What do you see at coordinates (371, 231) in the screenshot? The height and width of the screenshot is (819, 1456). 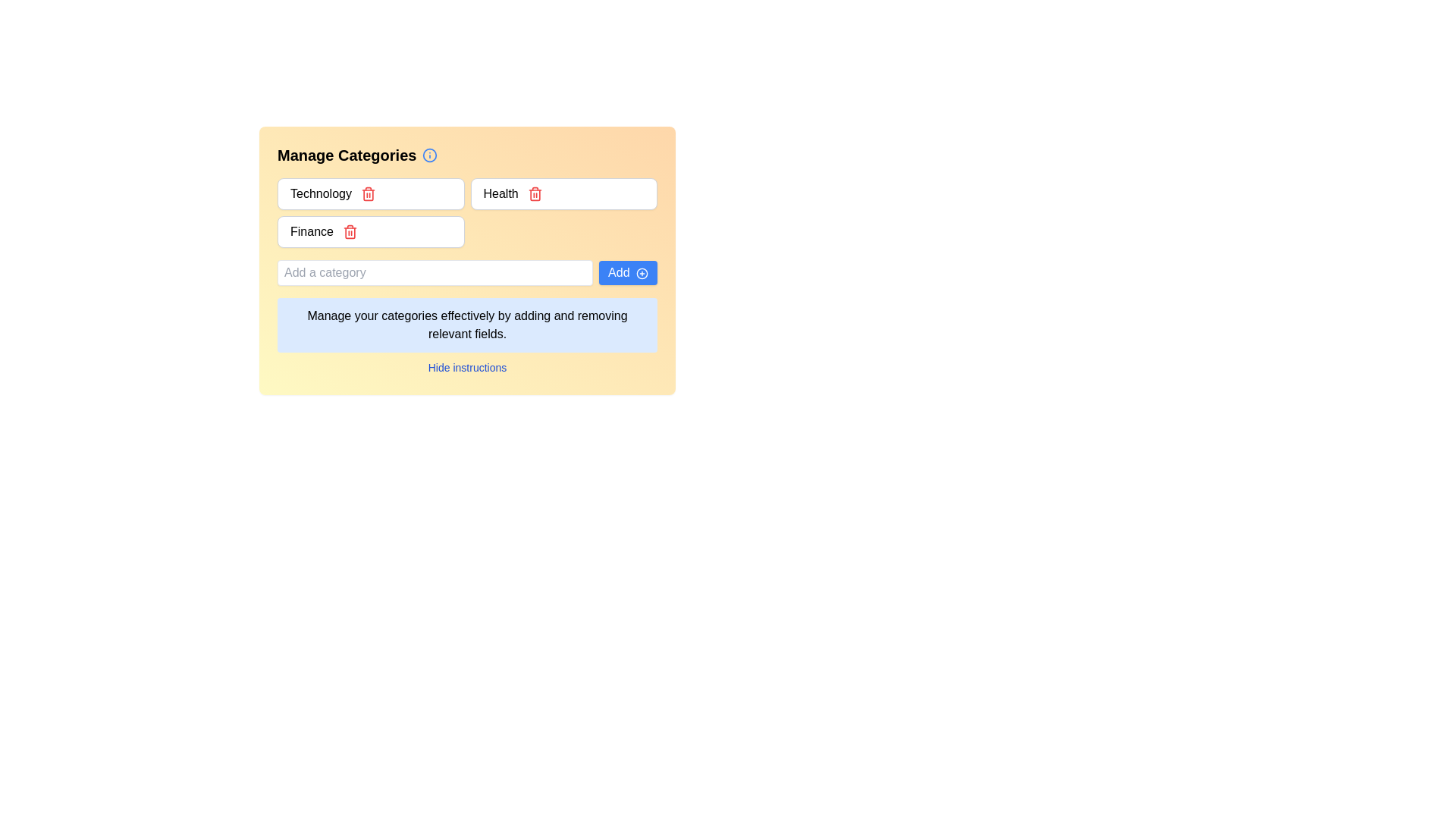 I see `the 'Finance' category item in the list of categories for navigation or editing purposes` at bounding box center [371, 231].